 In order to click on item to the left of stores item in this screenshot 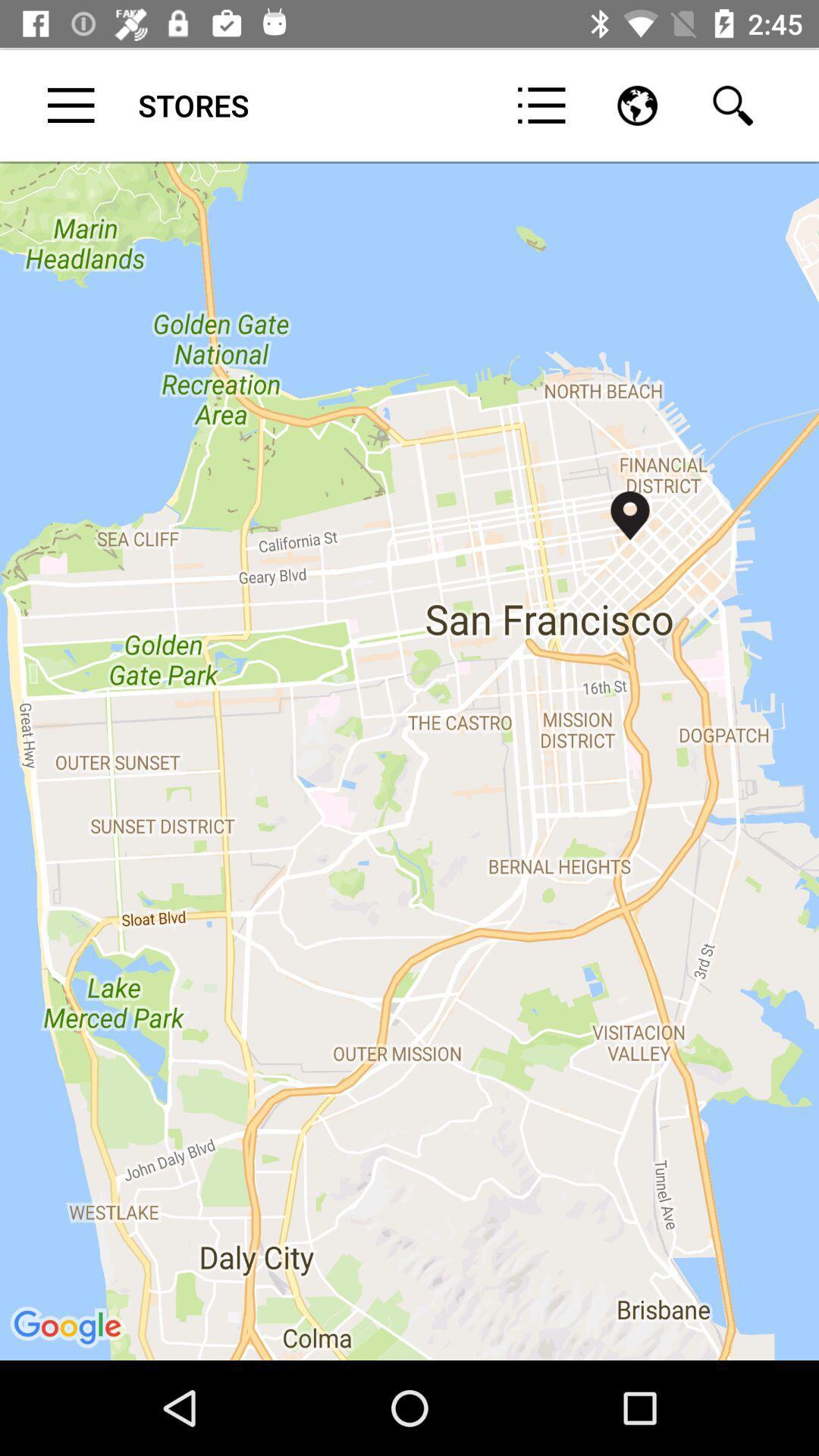, I will do `click(71, 105)`.